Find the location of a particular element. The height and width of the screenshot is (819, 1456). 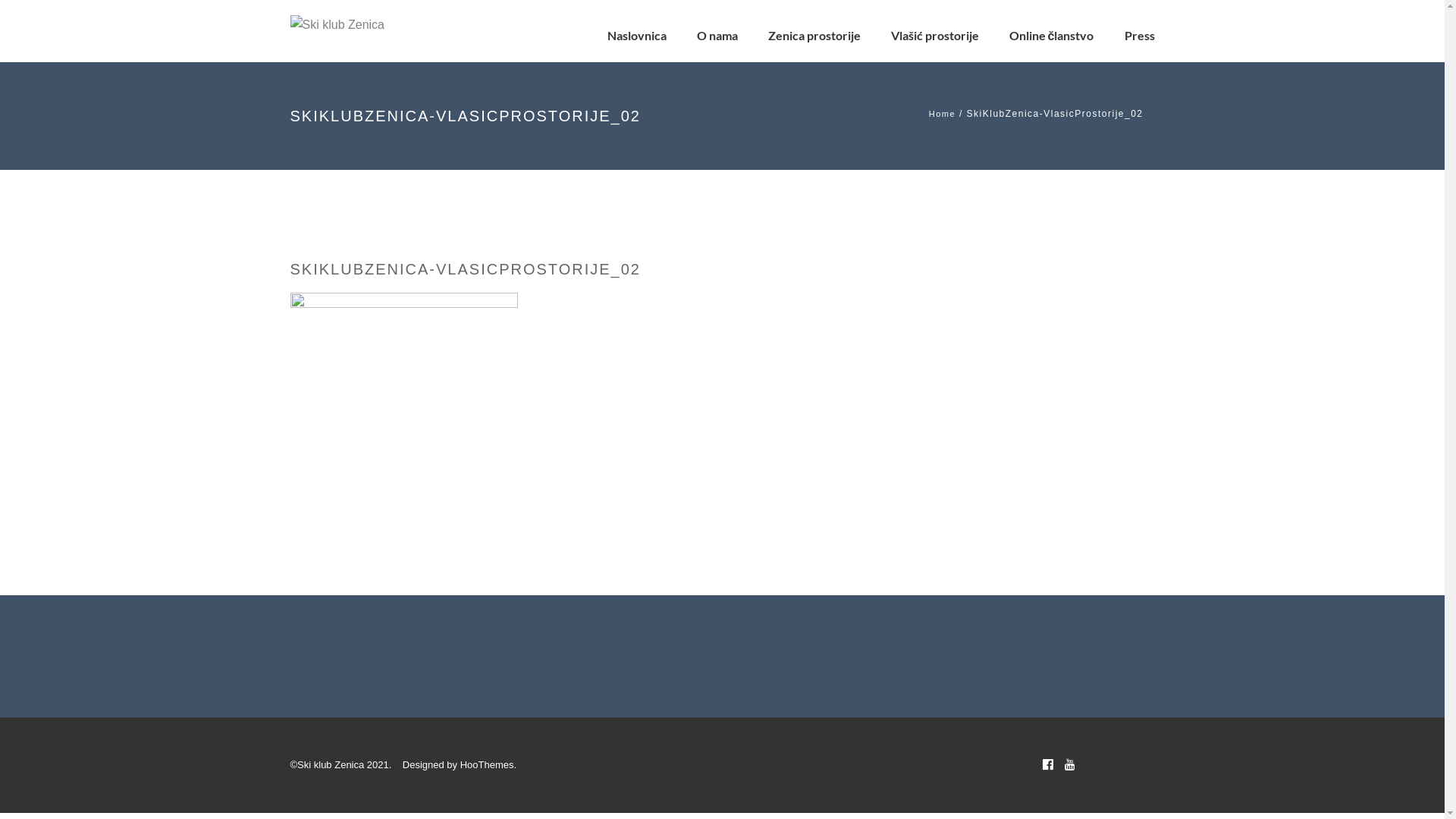

'Zenica prostorije' is located at coordinates (767, 34).